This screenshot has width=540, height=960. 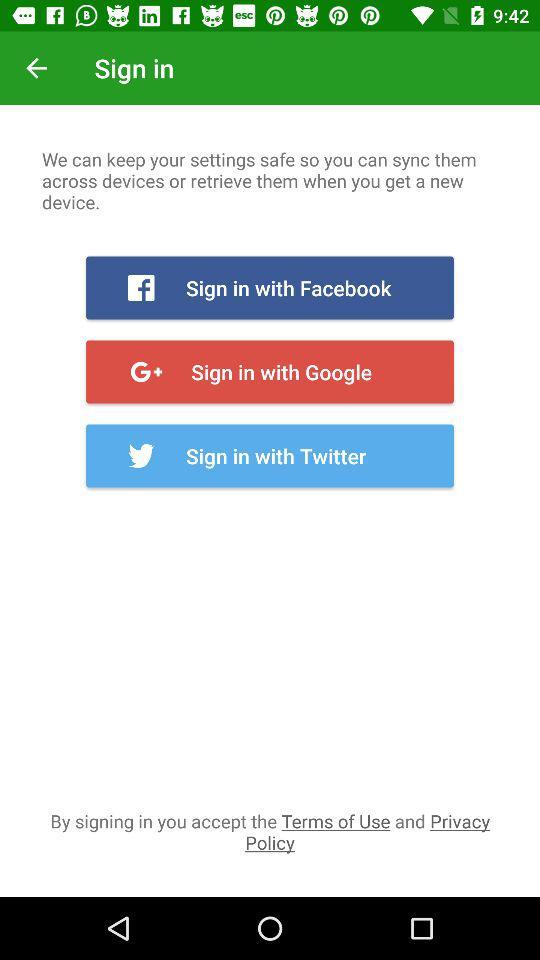 What do you see at coordinates (36, 68) in the screenshot?
I see `icon next to sign in icon` at bounding box center [36, 68].